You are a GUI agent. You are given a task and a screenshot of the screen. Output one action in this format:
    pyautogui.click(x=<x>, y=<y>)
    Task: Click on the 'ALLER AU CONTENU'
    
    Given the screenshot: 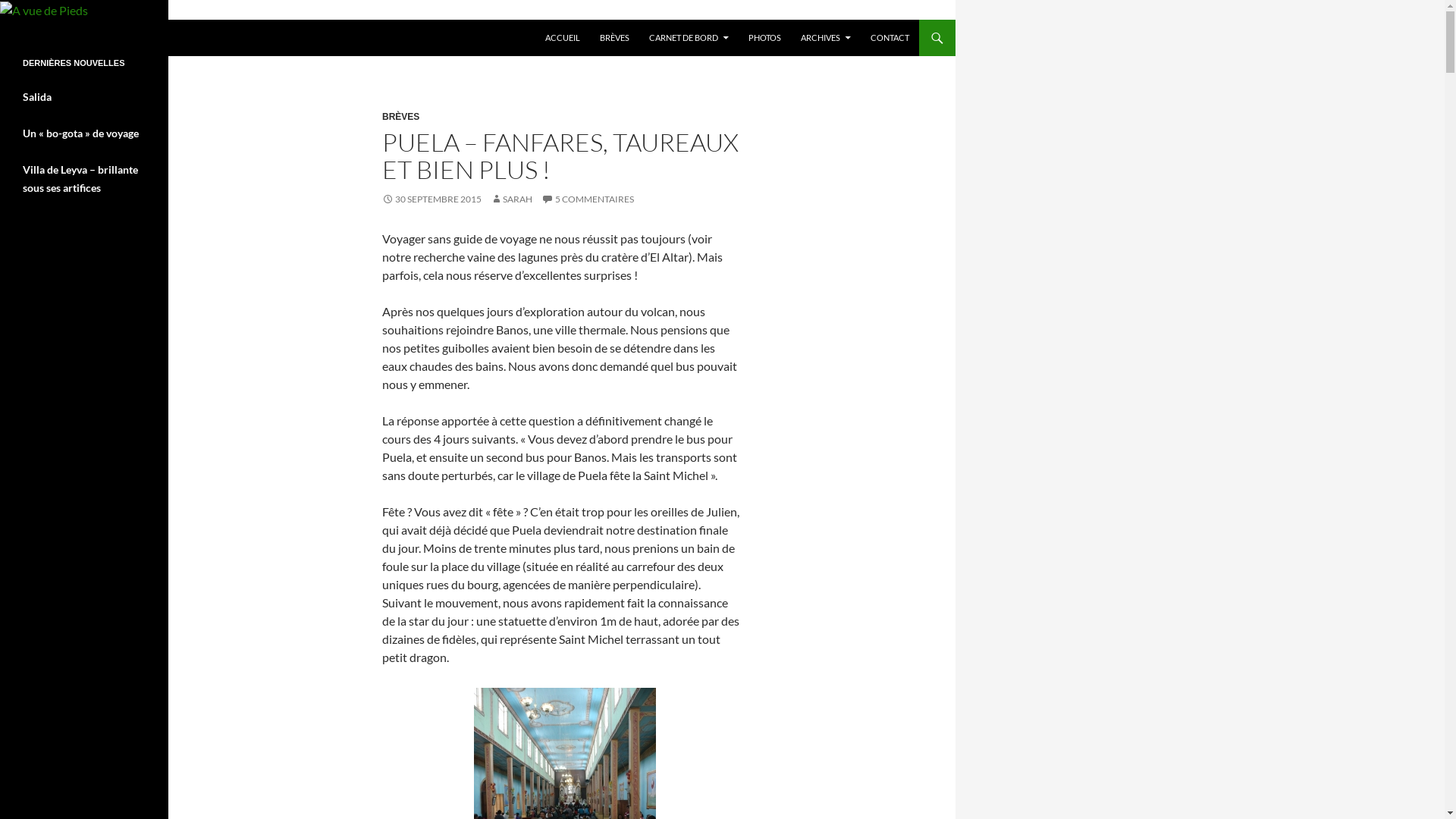 What is the action you would take?
    pyautogui.click(x=535, y=20)
    